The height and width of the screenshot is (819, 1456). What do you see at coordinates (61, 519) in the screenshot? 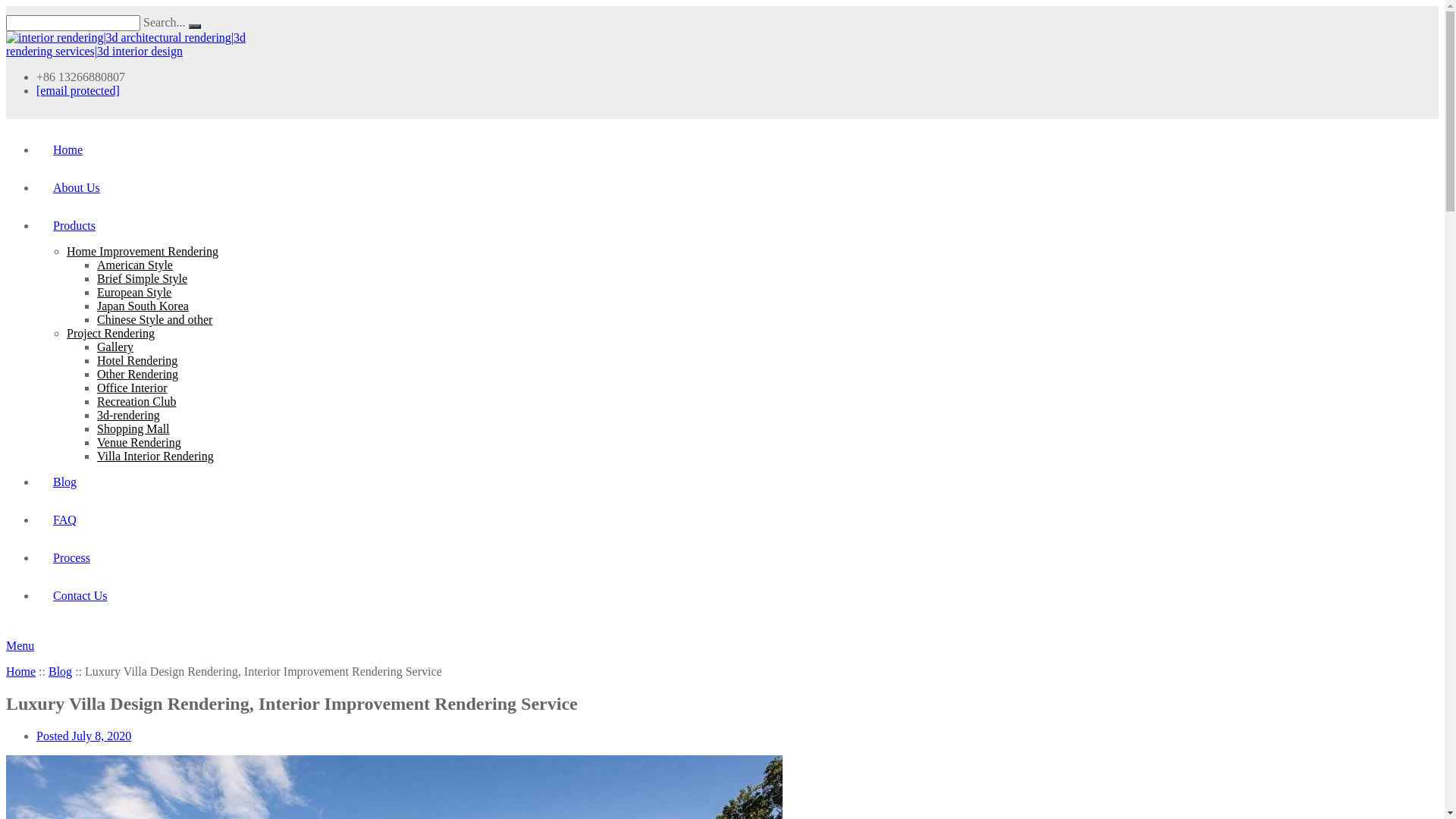
I see `'FAQ'` at bounding box center [61, 519].